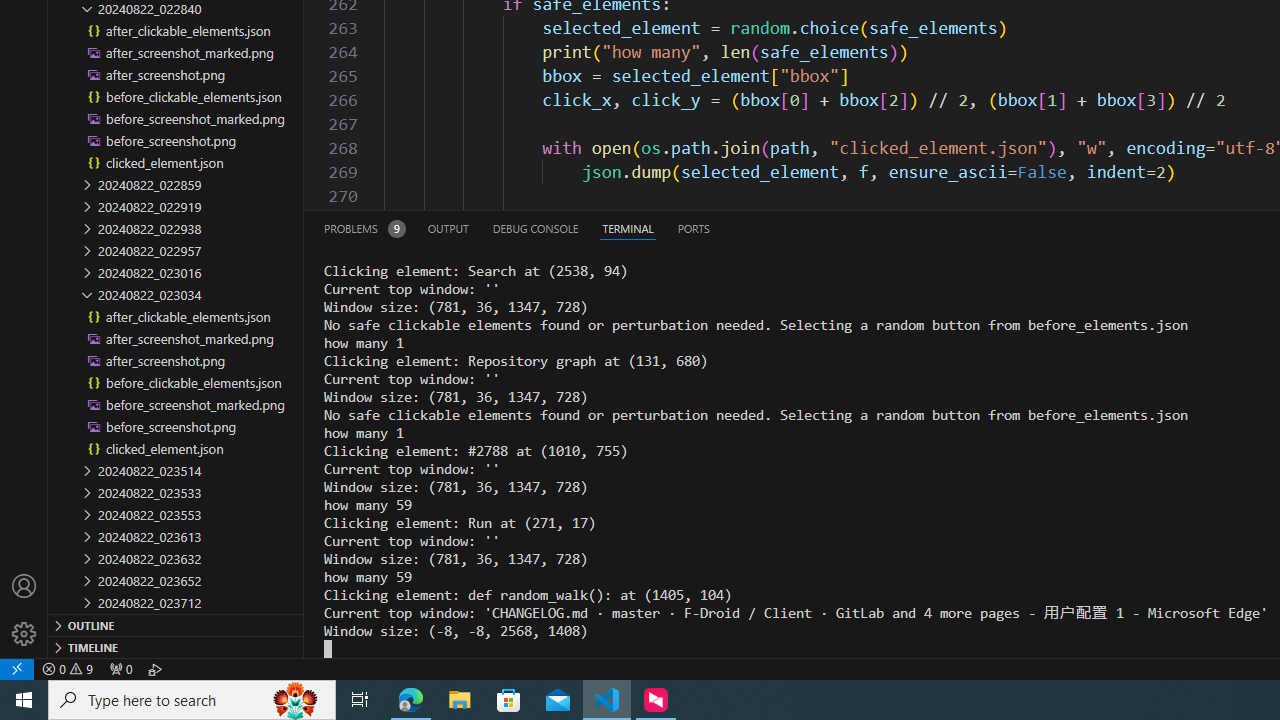 This screenshot has height=720, width=1280. I want to click on 'Problems (Ctrl+Shift+M) - Total 9 Problems', so click(364, 227).